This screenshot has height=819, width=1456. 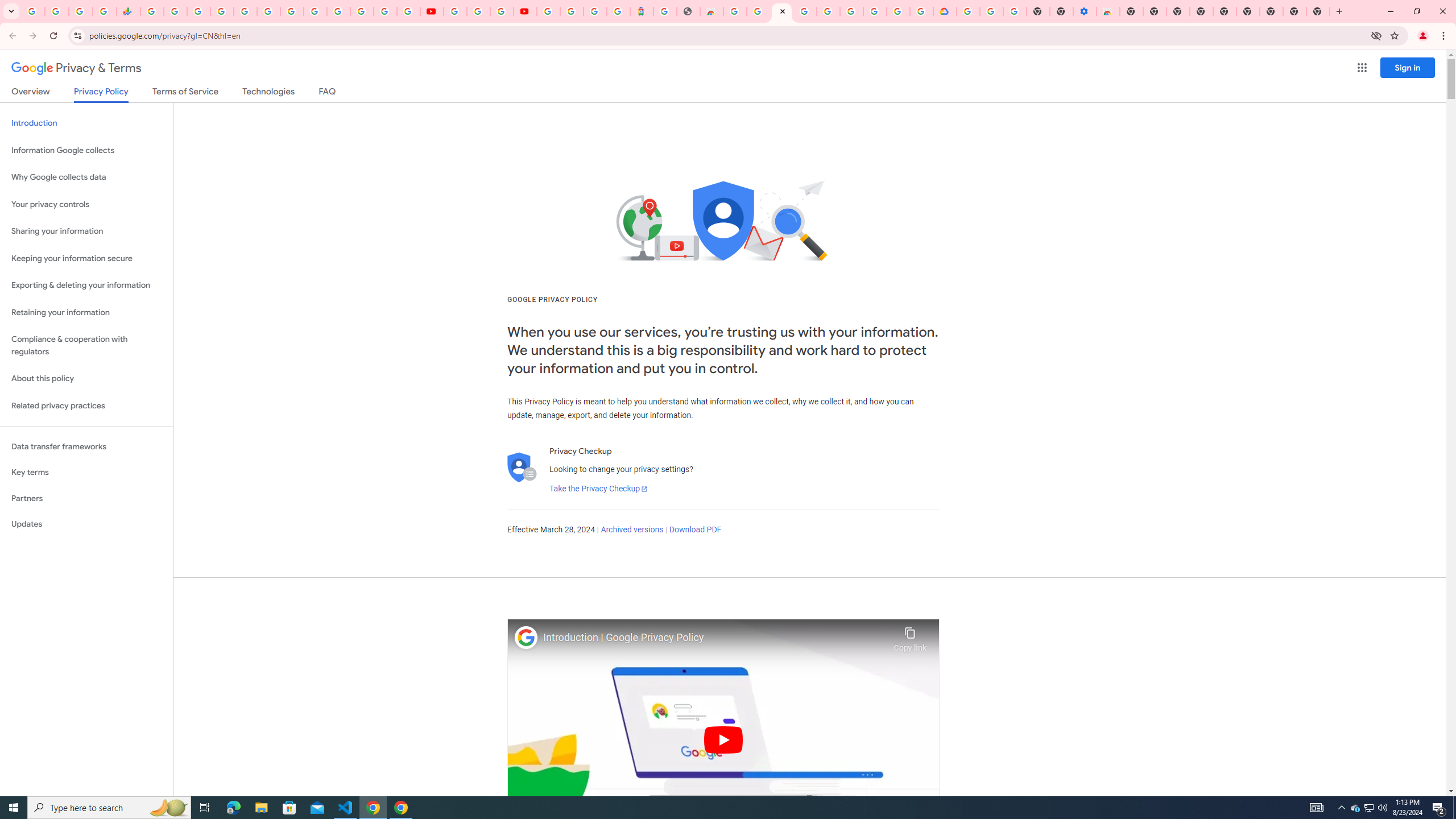 What do you see at coordinates (86, 150) in the screenshot?
I see `'Information Google collects'` at bounding box center [86, 150].